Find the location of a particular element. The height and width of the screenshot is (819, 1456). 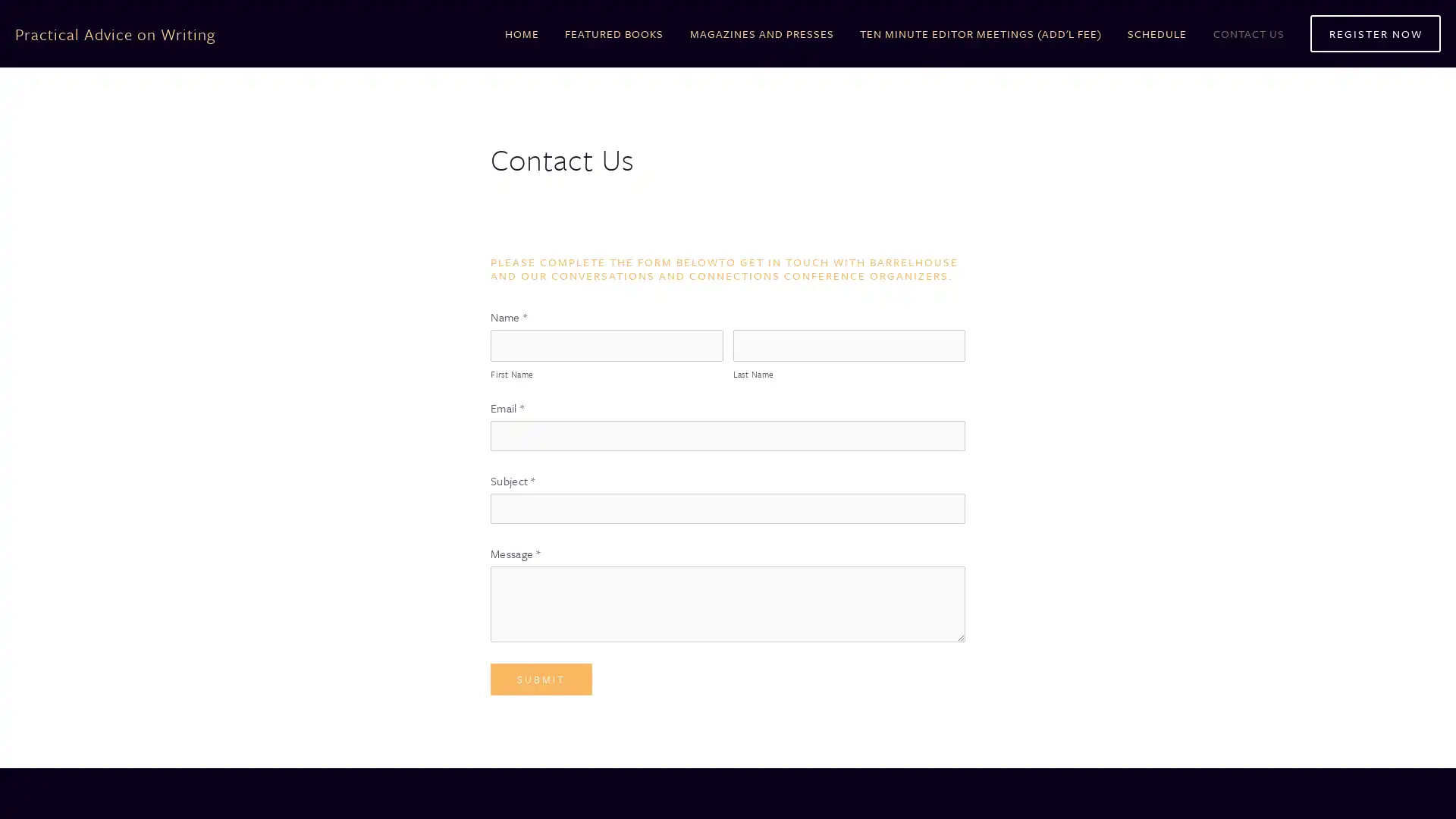

Submit is located at coordinates (541, 678).